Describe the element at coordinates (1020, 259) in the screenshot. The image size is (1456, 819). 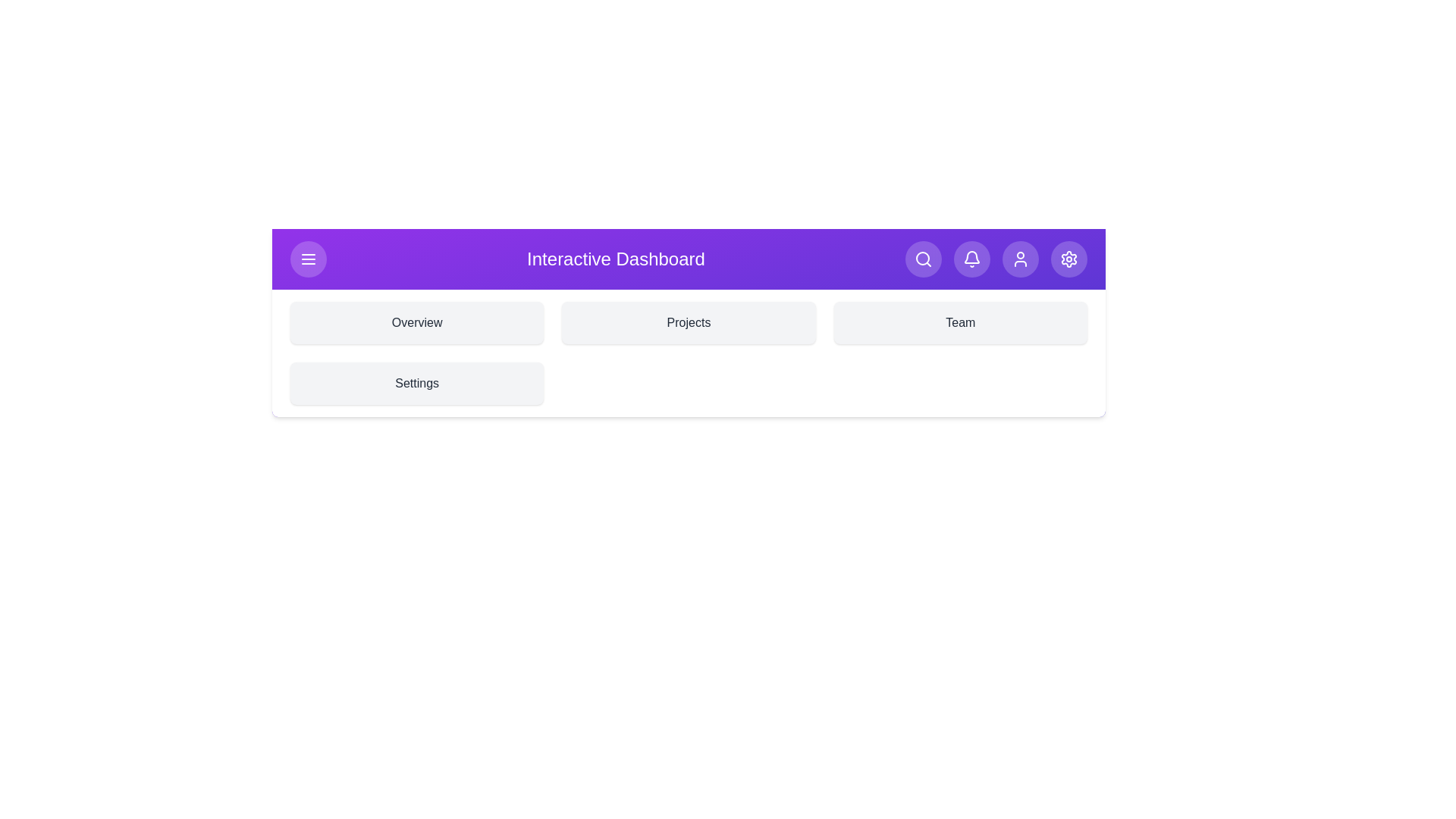
I see `the user icon to open user-related options` at that location.